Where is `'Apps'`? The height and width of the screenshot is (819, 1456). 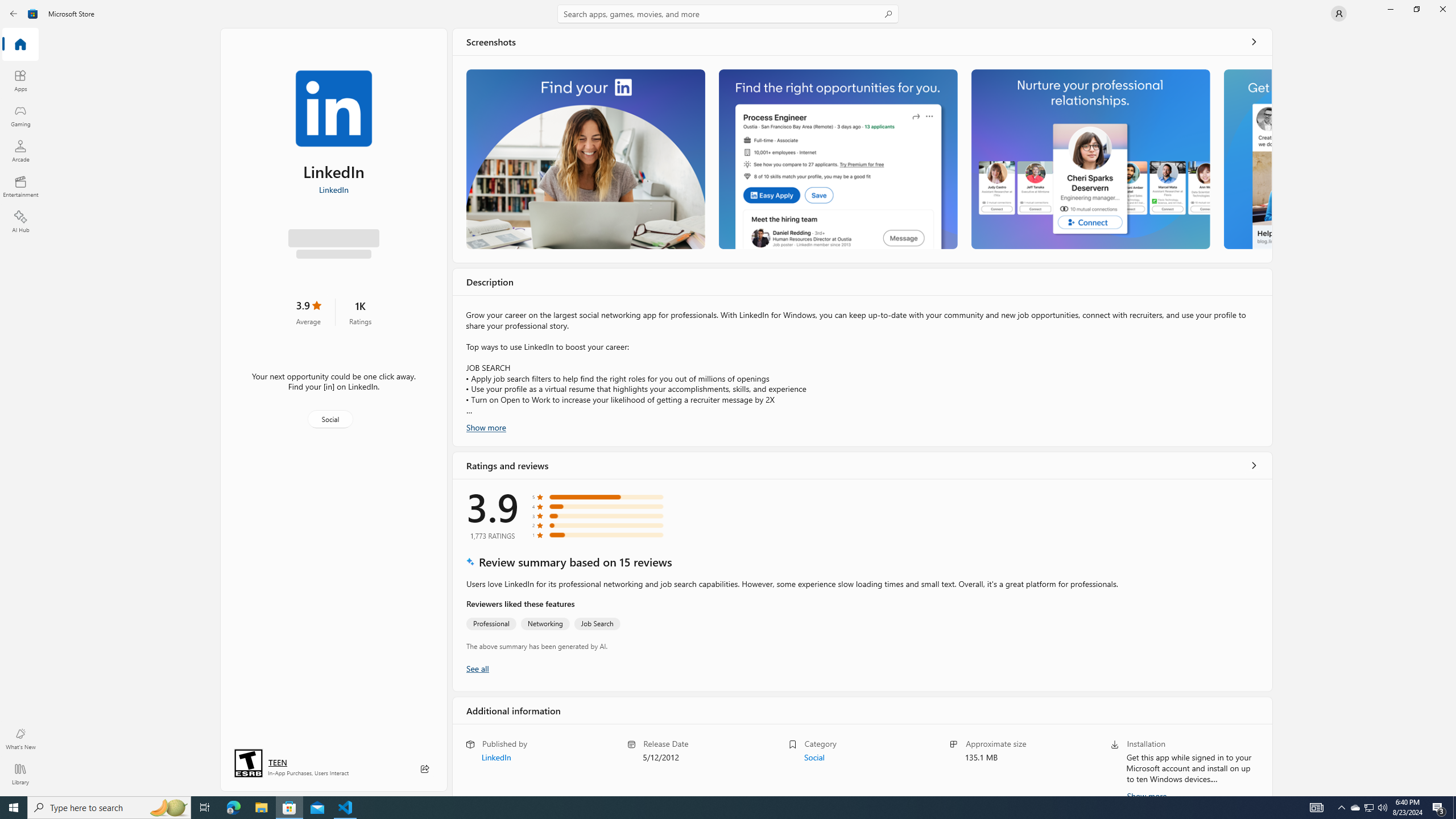 'Apps' is located at coordinates (19, 80).